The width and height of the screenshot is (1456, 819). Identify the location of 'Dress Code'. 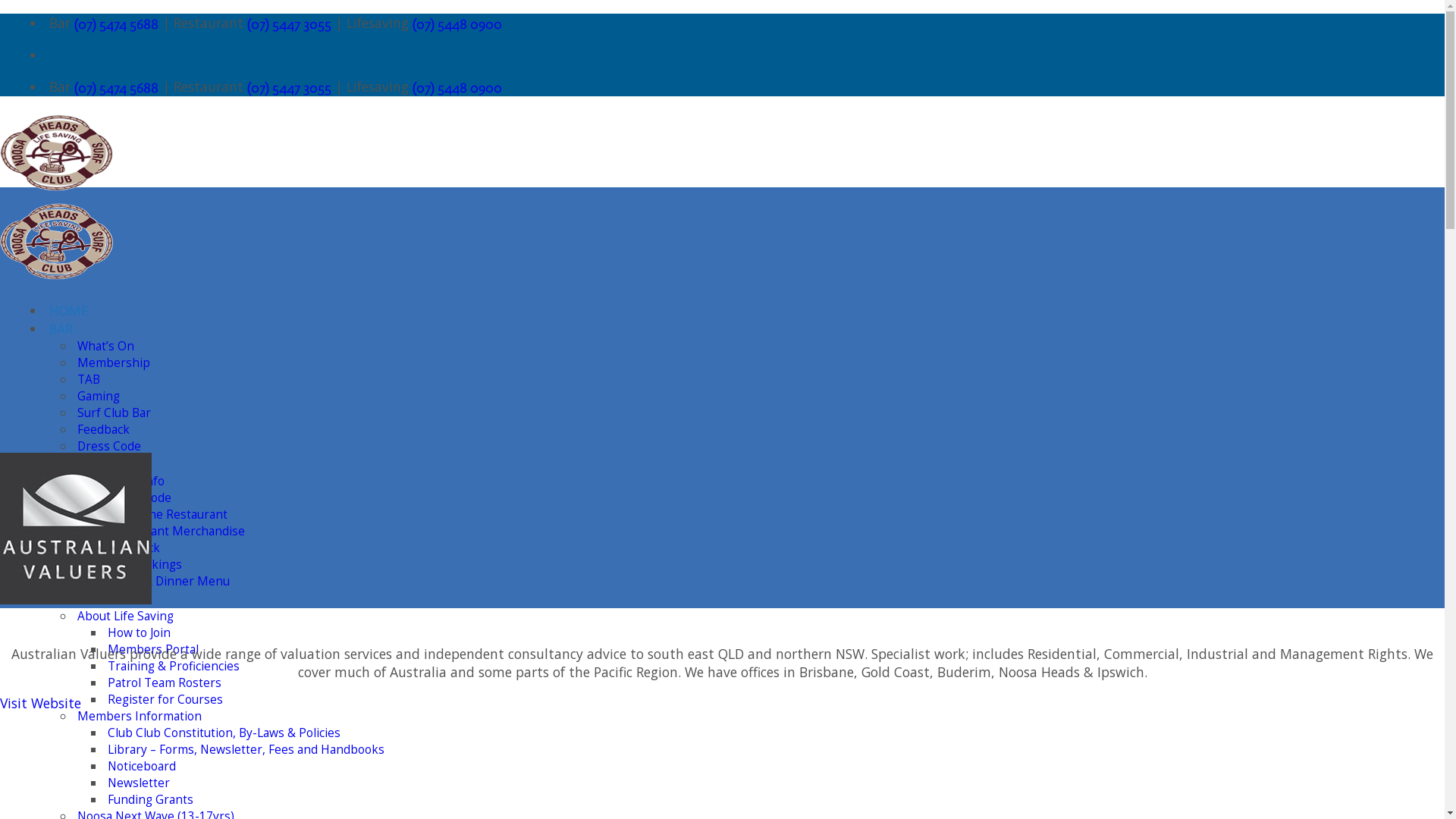
(108, 444).